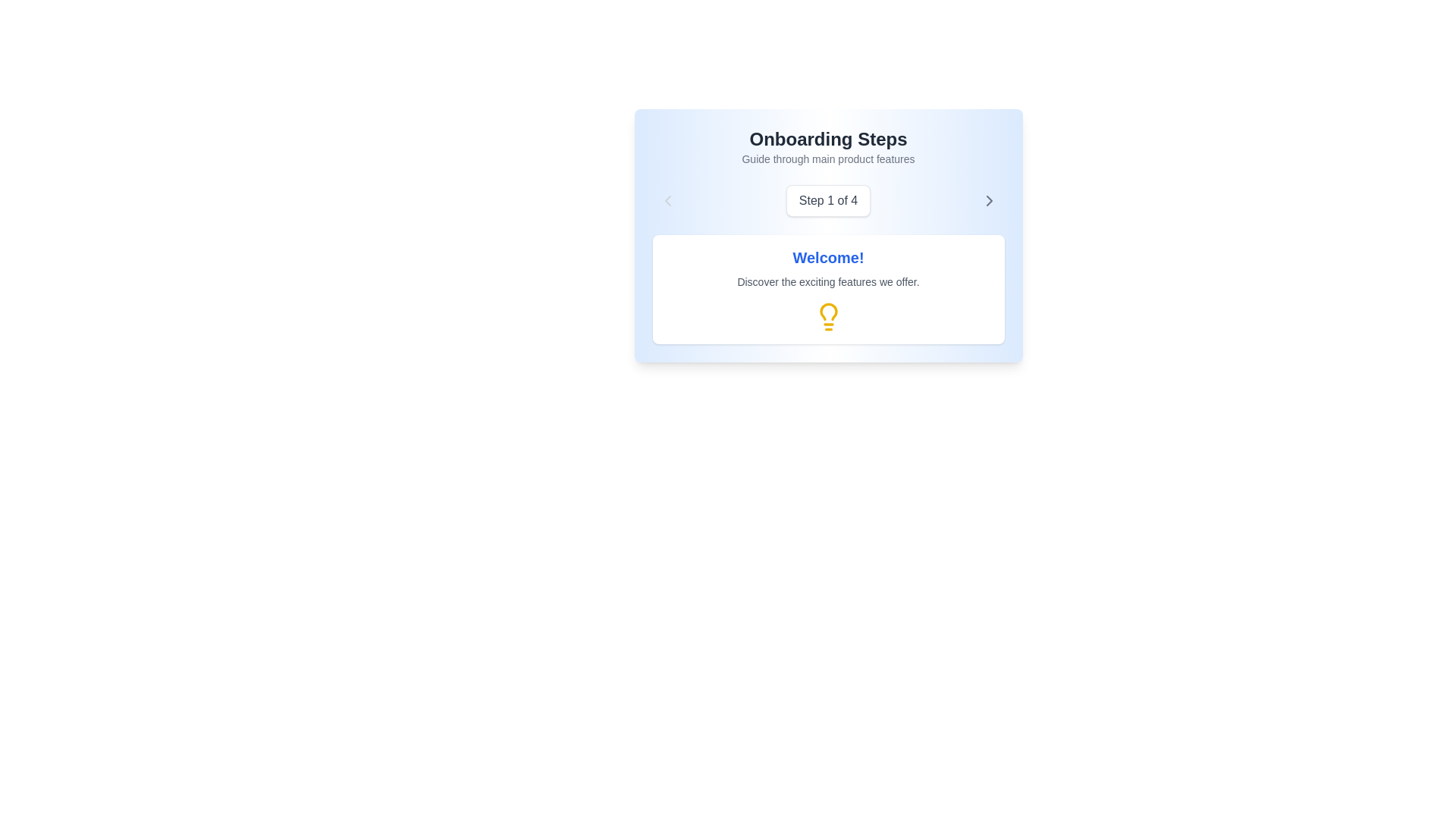 Image resolution: width=1456 pixels, height=819 pixels. What do you see at coordinates (827, 140) in the screenshot?
I see `the 'Onboarding Steps' text element, which is a bold and large title centrally aligned at the top of the content card` at bounding box center [827, 140].